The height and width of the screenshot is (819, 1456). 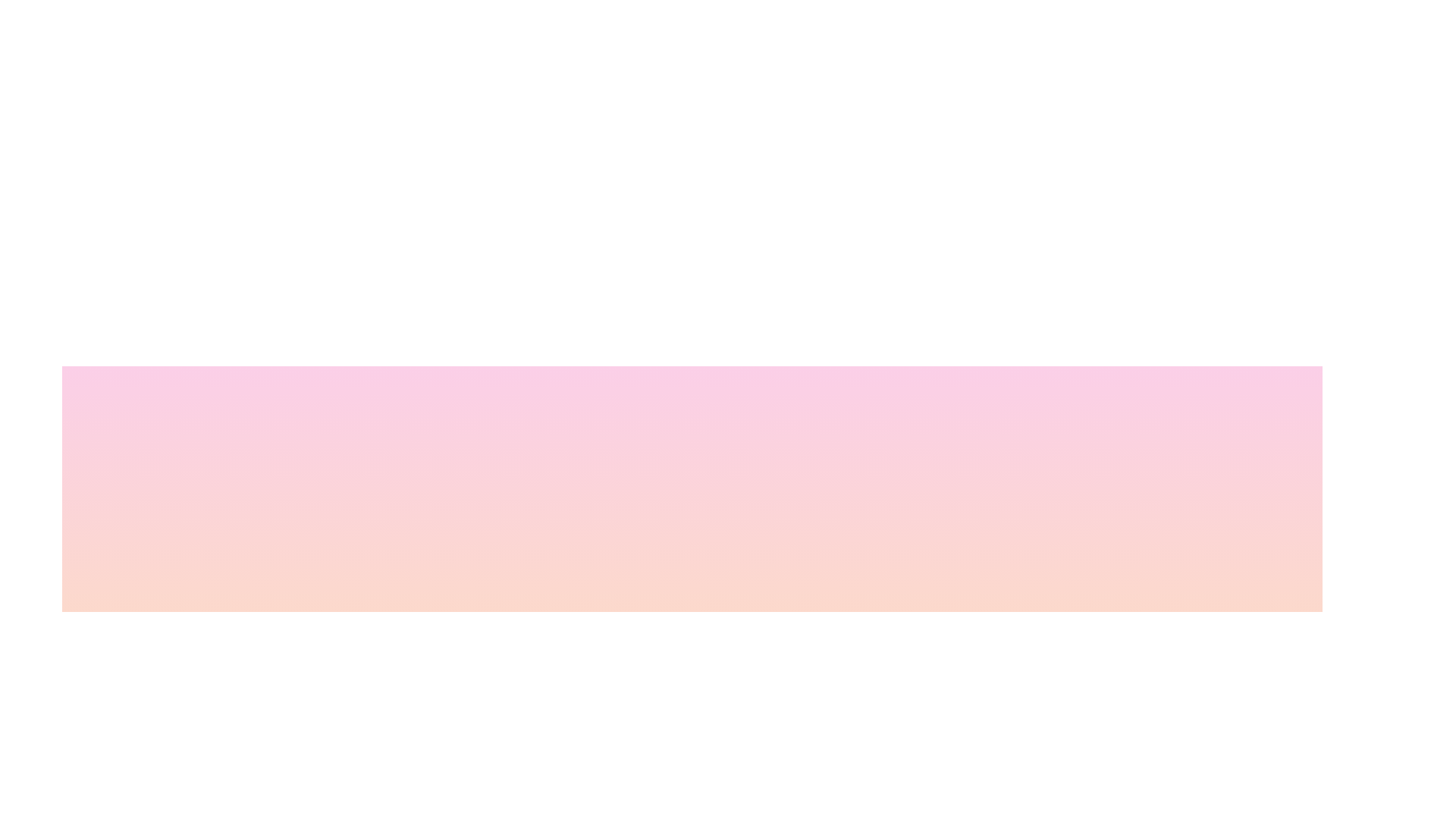 What do you see at coordinates (582, 775) in the screenshot?
I see `the background to trigger an event` at bounding box center [582, 775].